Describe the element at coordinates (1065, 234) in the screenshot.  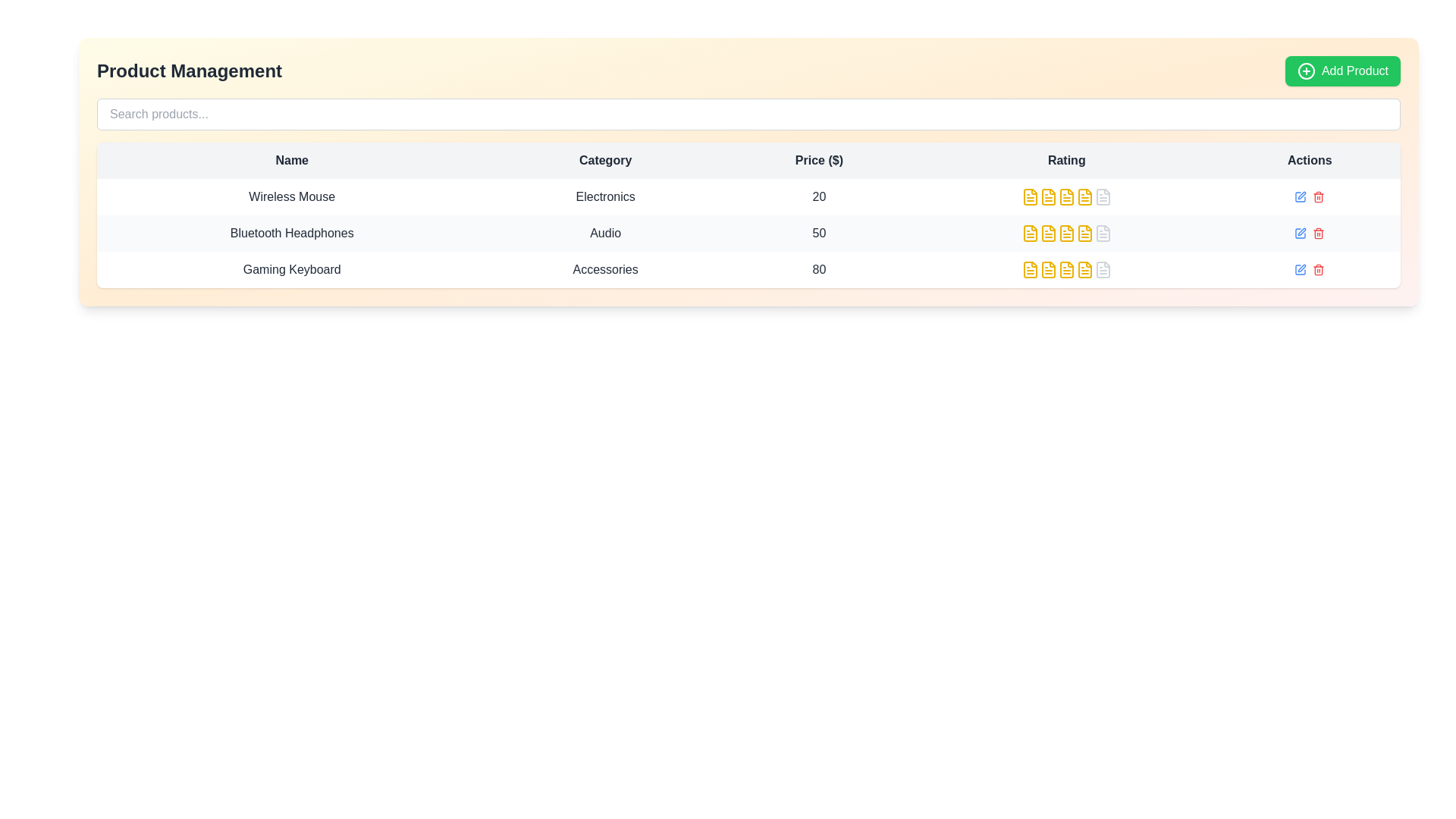
I see `the third rating icon in the 'Bluetooth Headphones' row of the table, which serves as a visual indicator for rating or reviewing` at that location.